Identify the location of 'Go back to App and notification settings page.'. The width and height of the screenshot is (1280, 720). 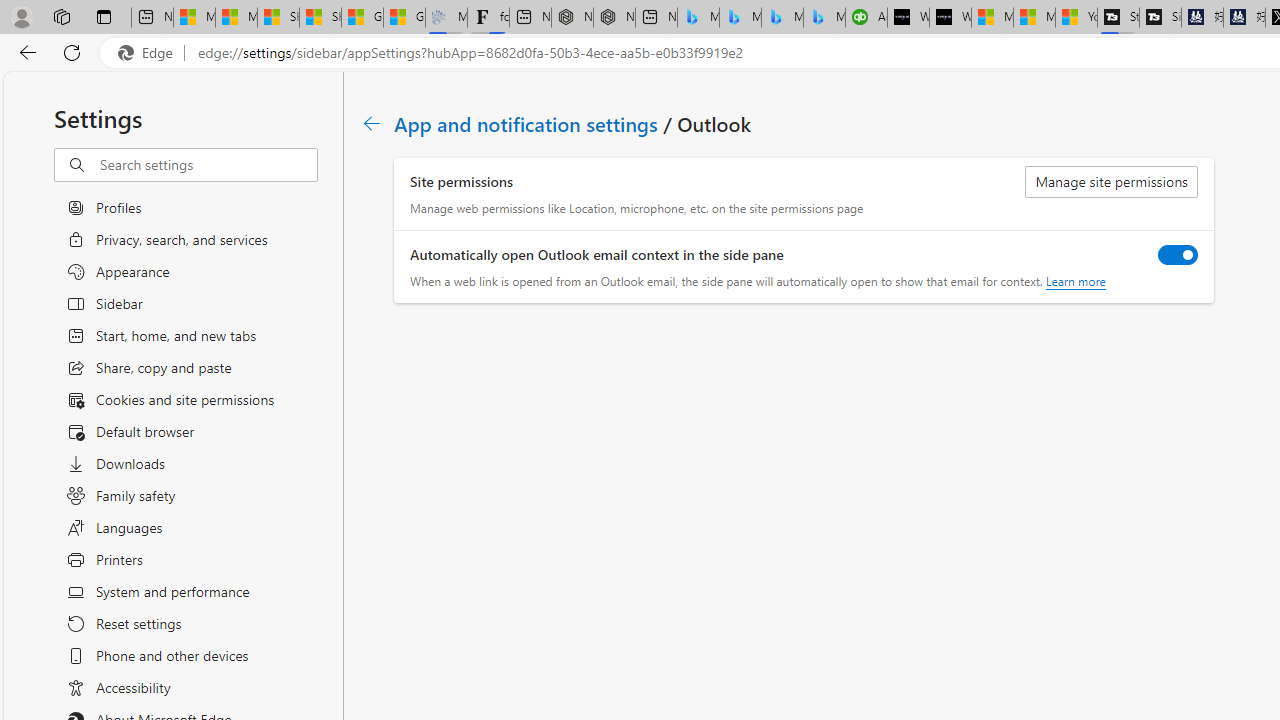
(372, 123).